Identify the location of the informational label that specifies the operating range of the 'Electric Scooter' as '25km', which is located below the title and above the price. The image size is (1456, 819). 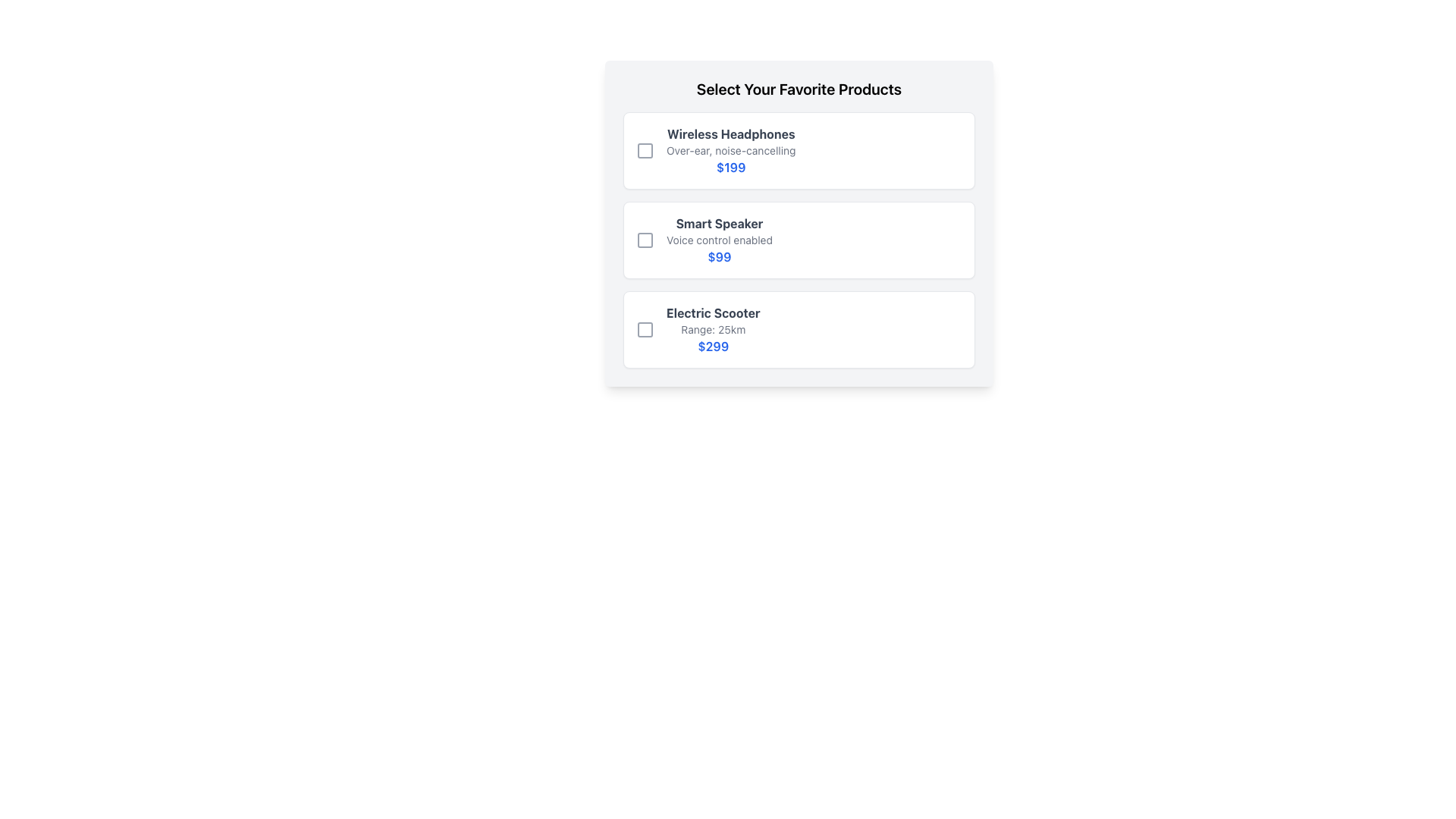
(712, 329).